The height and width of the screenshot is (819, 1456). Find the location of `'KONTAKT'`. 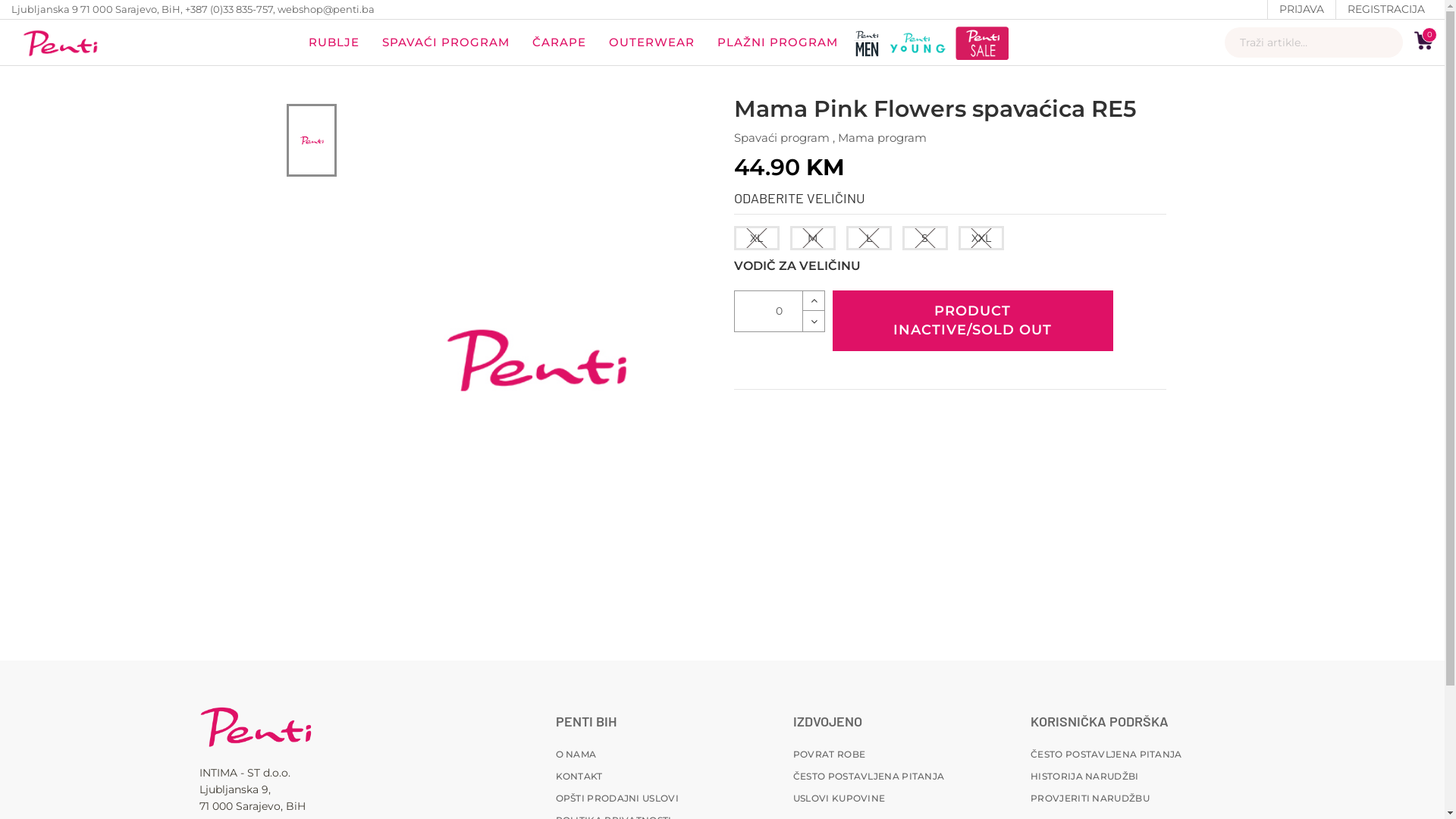

'KONTAKT' is located at coordinates (578, 776).